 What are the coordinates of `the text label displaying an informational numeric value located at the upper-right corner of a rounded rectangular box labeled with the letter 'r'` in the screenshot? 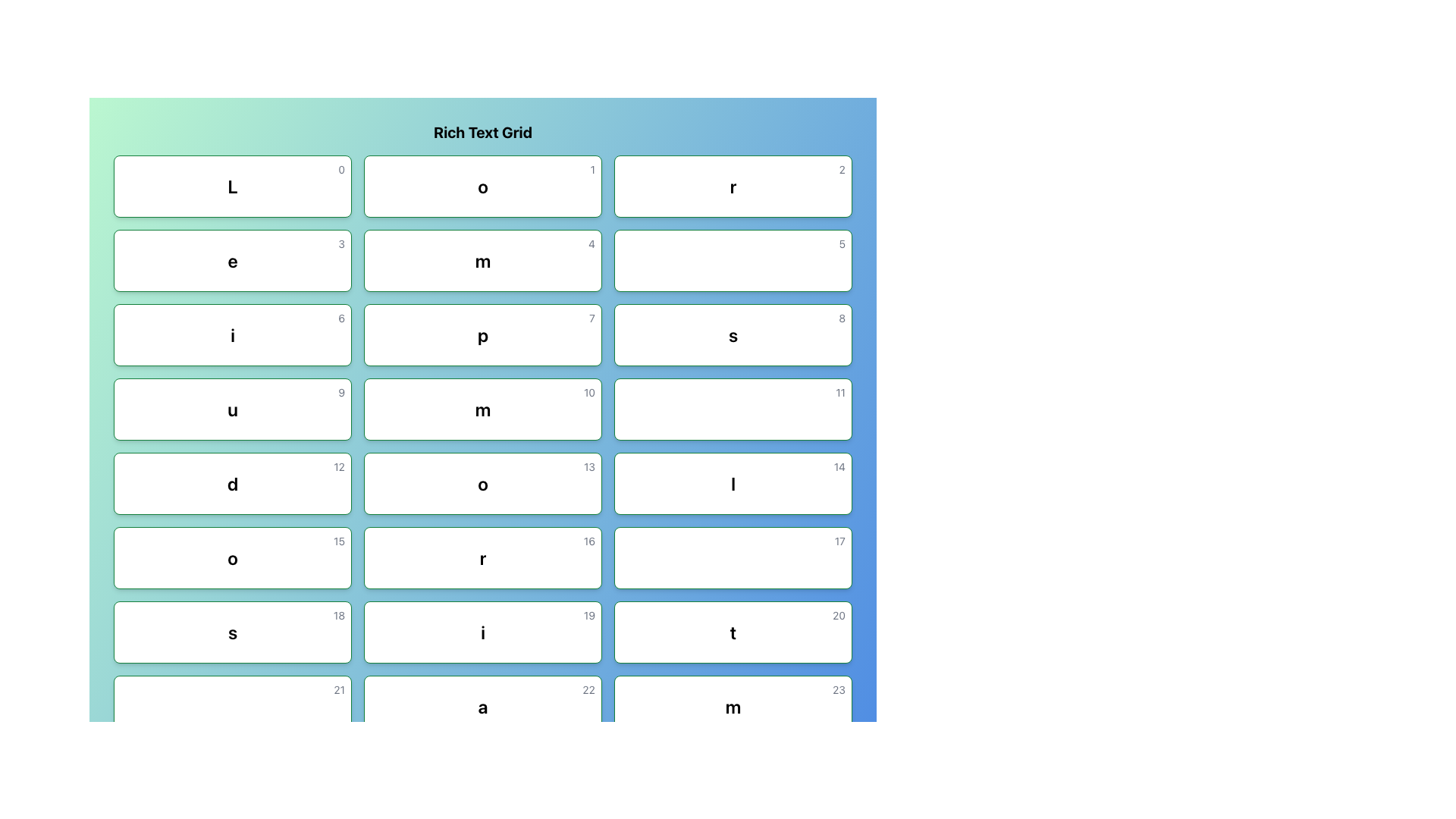 It's located at (588, 540).